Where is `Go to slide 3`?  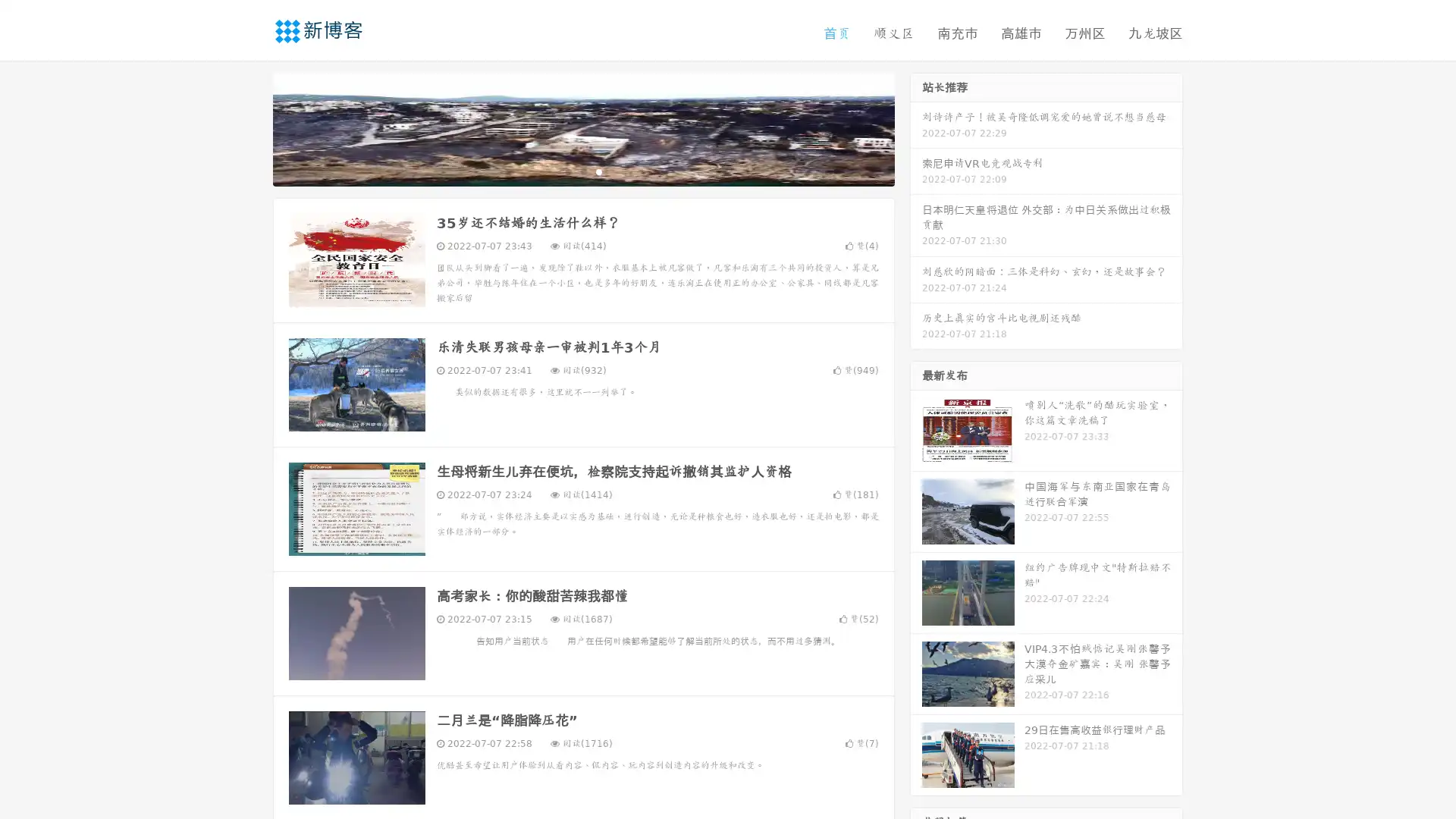
Go to slide 3 is located at coordinates (598, 171).